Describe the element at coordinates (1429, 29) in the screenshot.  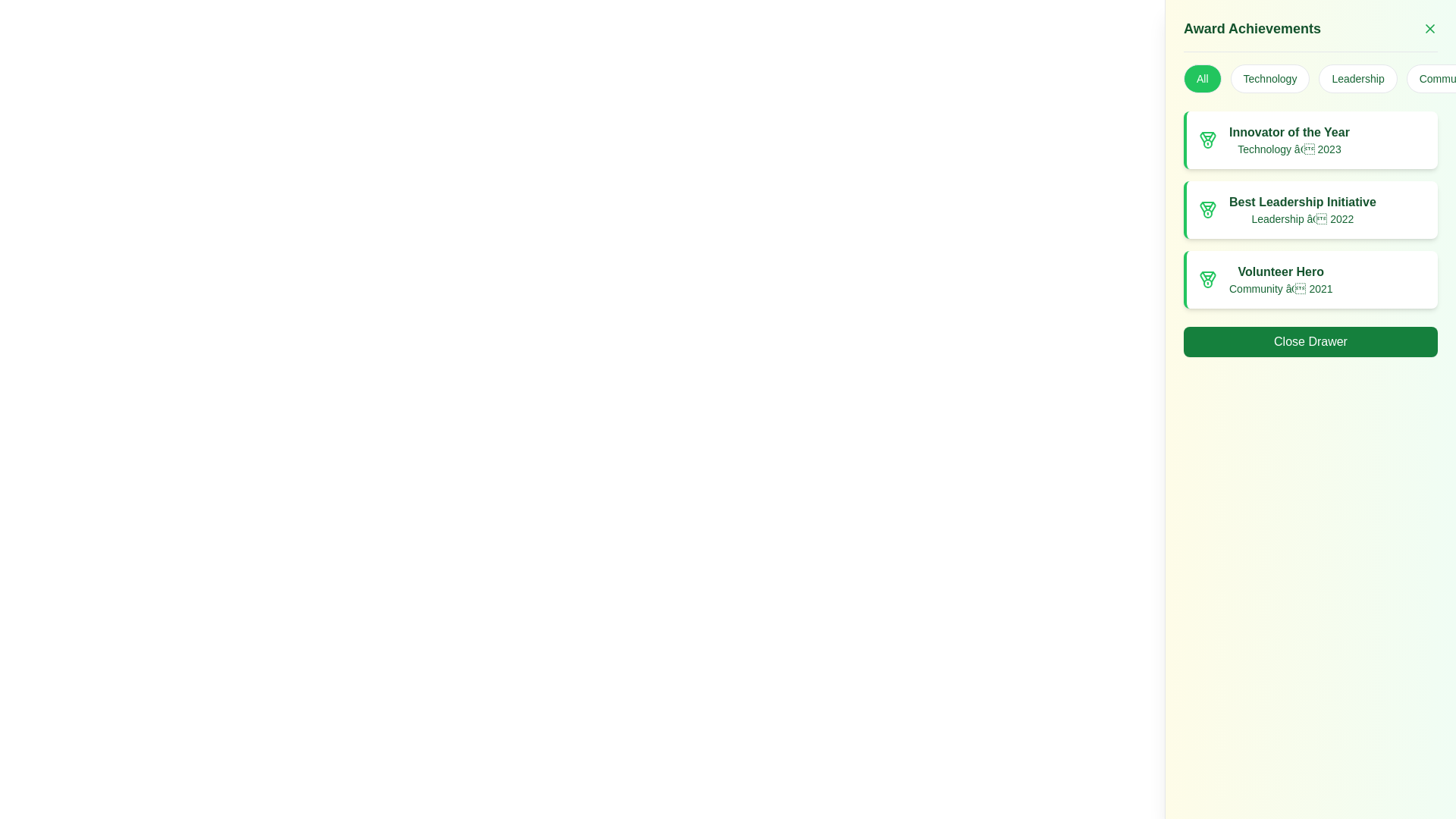
I see `the close button located in the top right corner of the 'Award Achievements' interface` at that location.